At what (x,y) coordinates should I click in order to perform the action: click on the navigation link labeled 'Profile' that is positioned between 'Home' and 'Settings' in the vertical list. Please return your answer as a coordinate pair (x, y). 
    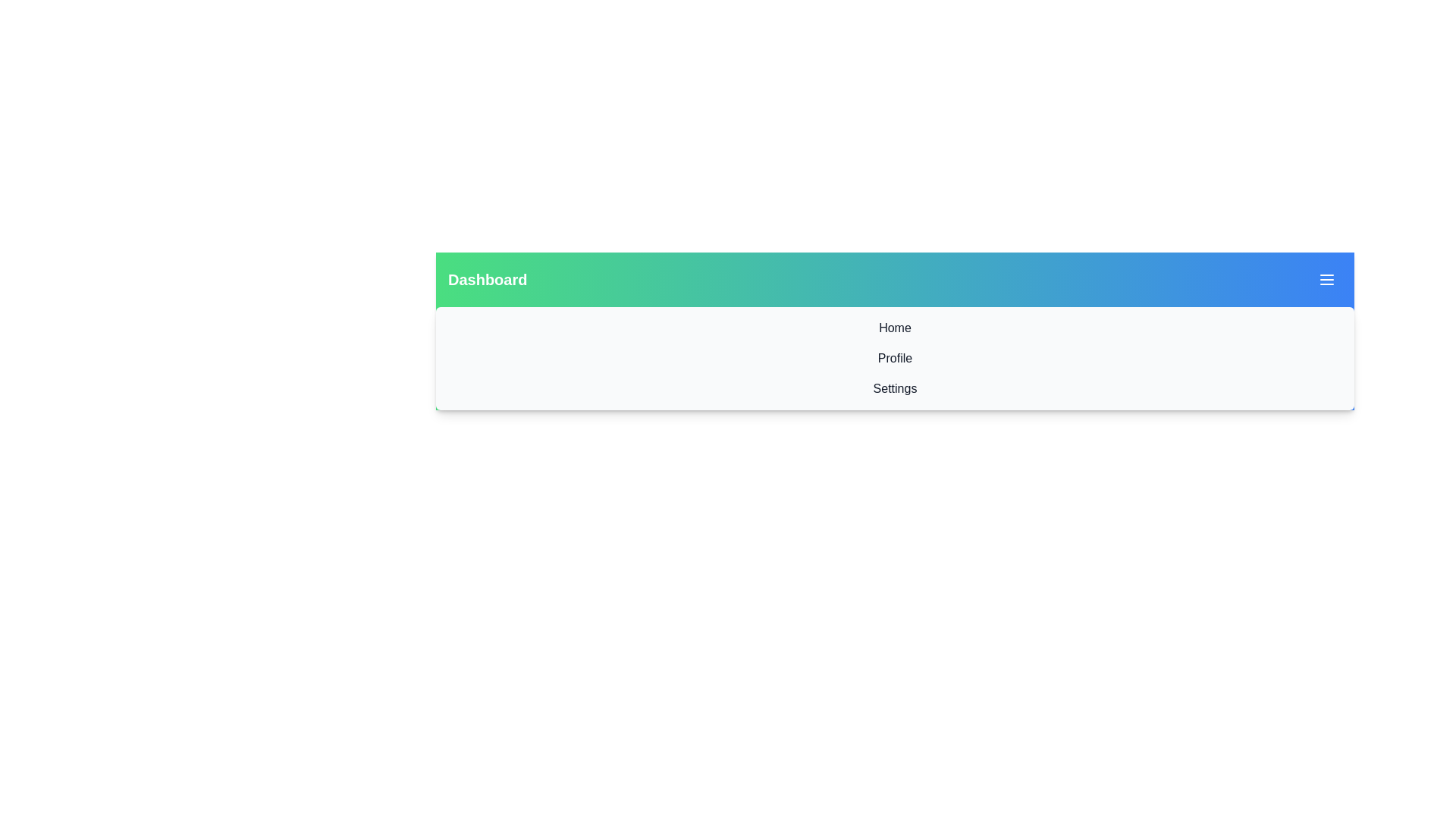
    Looking at the image, I should click on (895, 359).